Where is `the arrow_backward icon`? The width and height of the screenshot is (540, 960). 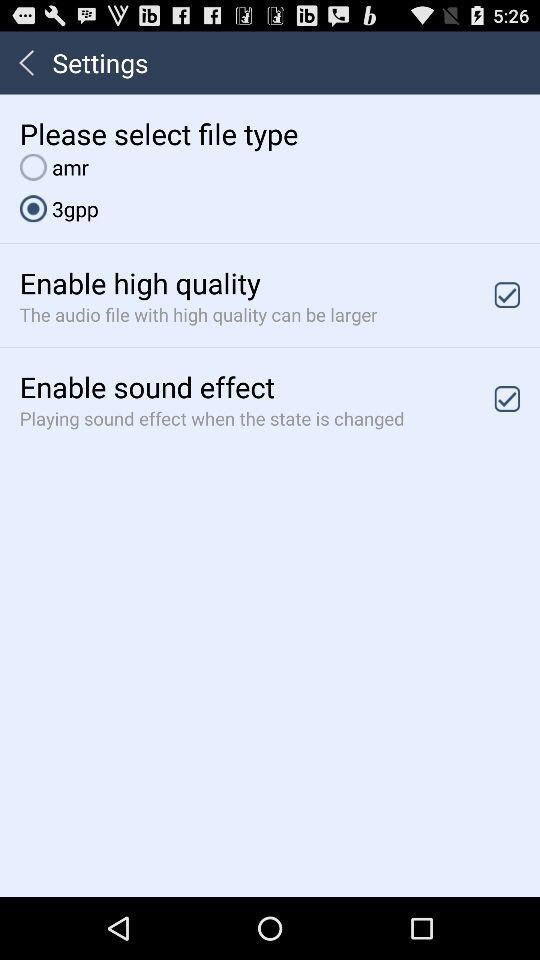 the arrow_backward icon is located at coordinates (25, 67).